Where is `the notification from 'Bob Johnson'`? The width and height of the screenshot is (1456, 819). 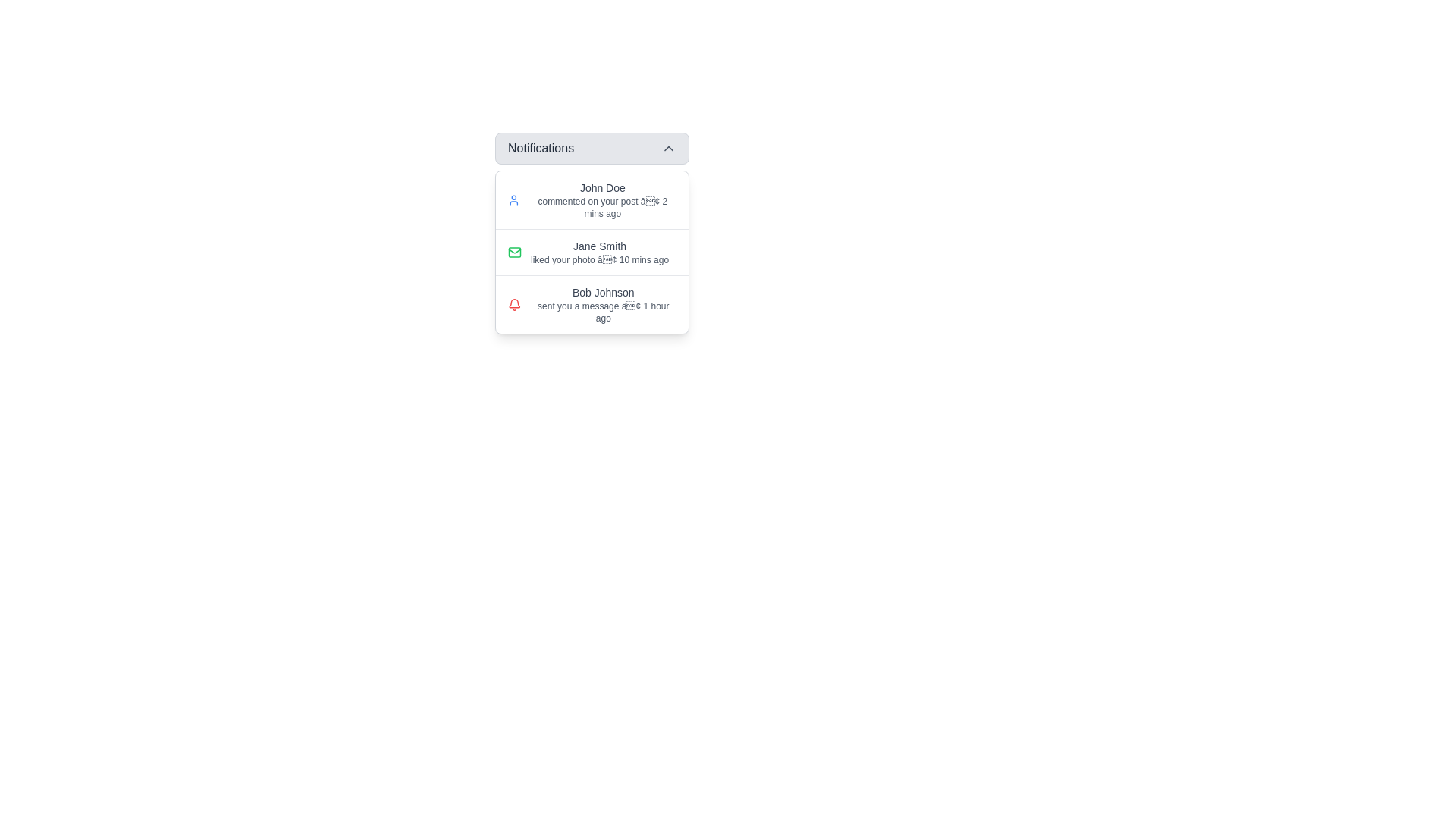 the notification from 'Bob Johnson' is located at coordinates (591, 304).